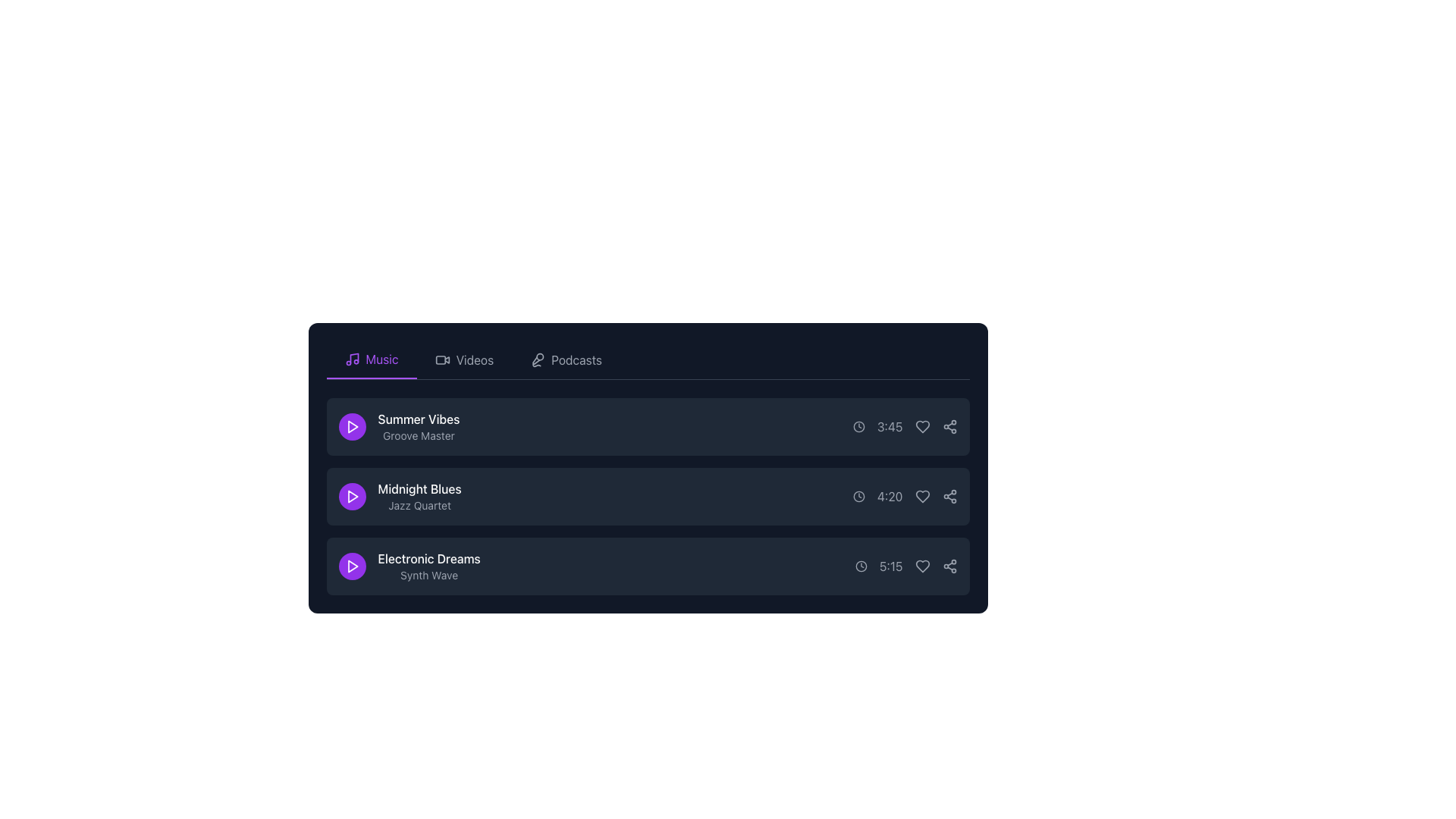  Describe the element at coordinates (419, 506) in the screenshot. I see `the text label displaying 'Jazz Quartet', which is in a smaller, gray-colored font and positioned beneath 'Midnight Blues'` at that location.